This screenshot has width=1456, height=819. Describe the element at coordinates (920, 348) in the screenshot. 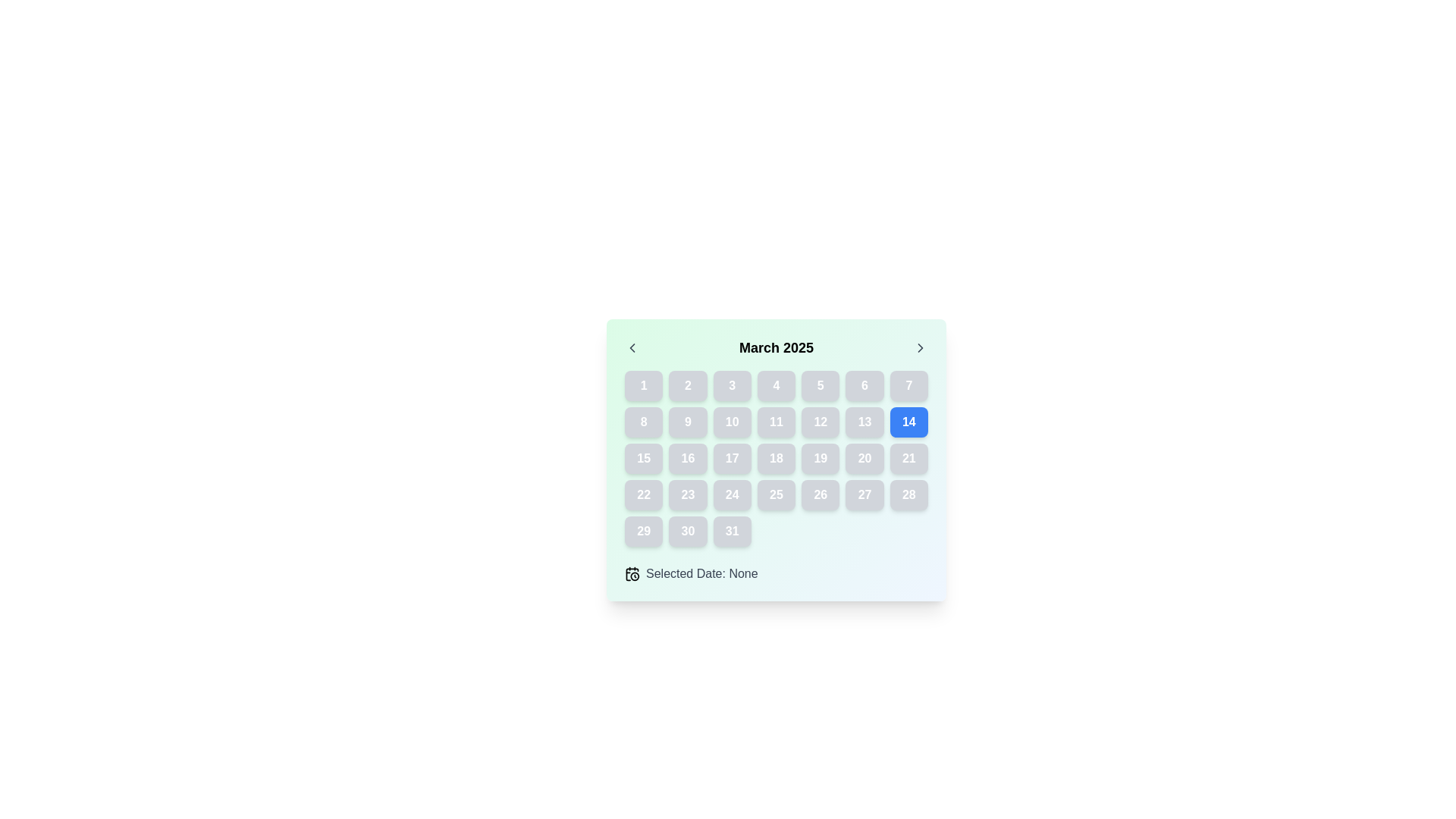

I see `the chevron icon in the top-right corner of the calendar interface` at that location.